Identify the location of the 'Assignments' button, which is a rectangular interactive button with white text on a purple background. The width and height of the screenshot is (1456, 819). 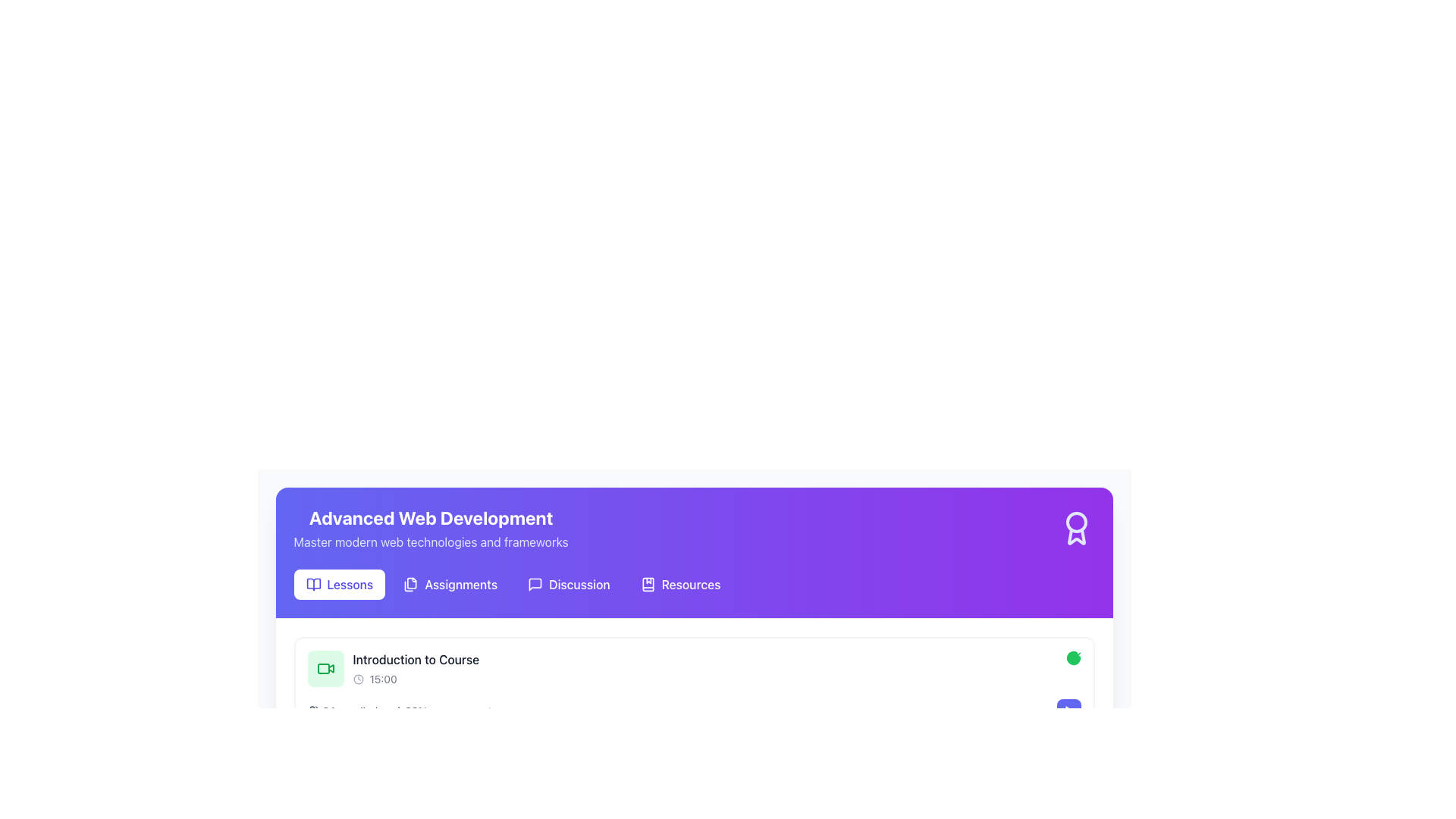
(460, 584).